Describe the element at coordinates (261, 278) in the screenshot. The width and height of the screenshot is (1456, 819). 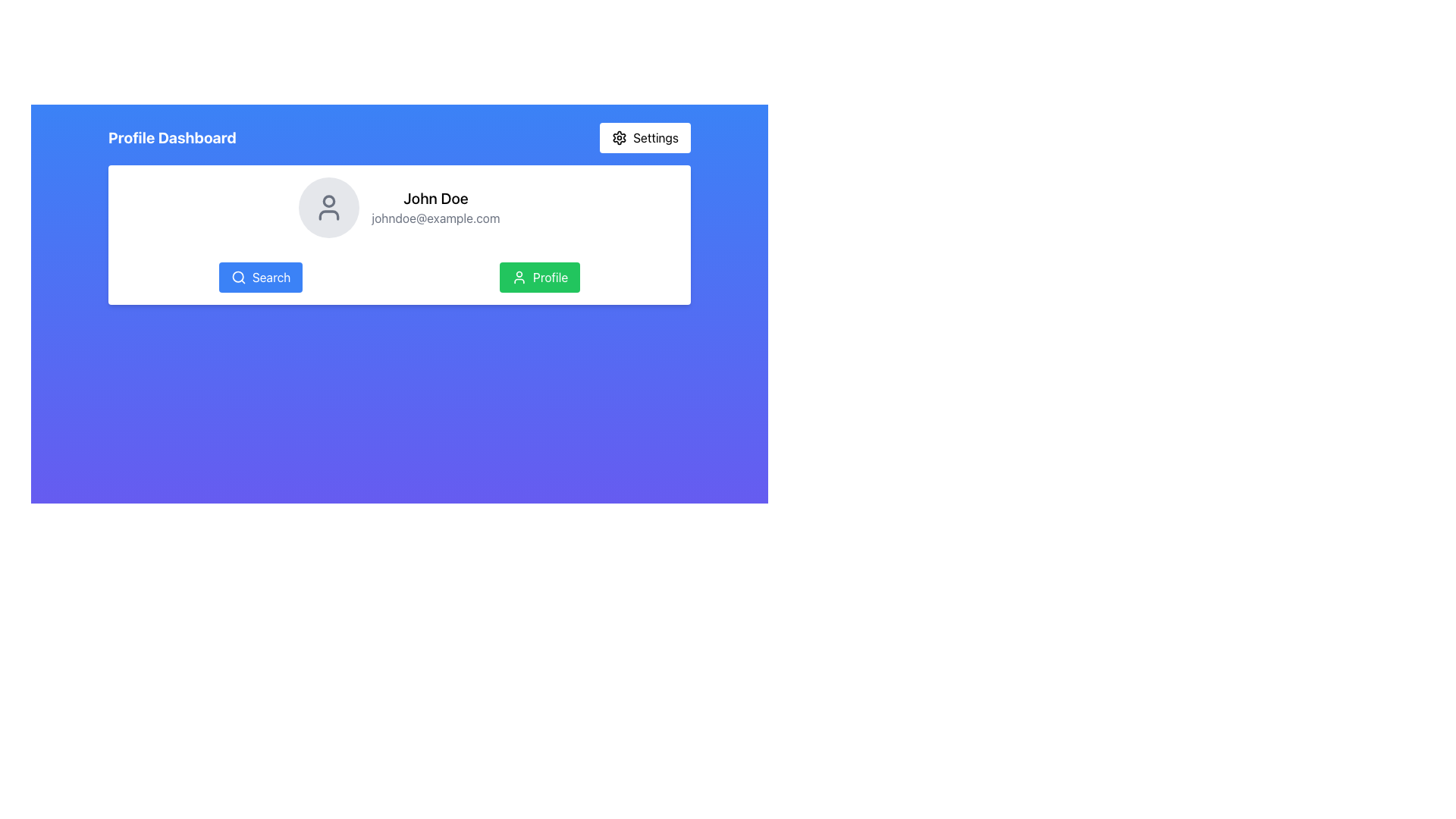
I see `the search button located on the left side of the row containing two buttons` at that location.